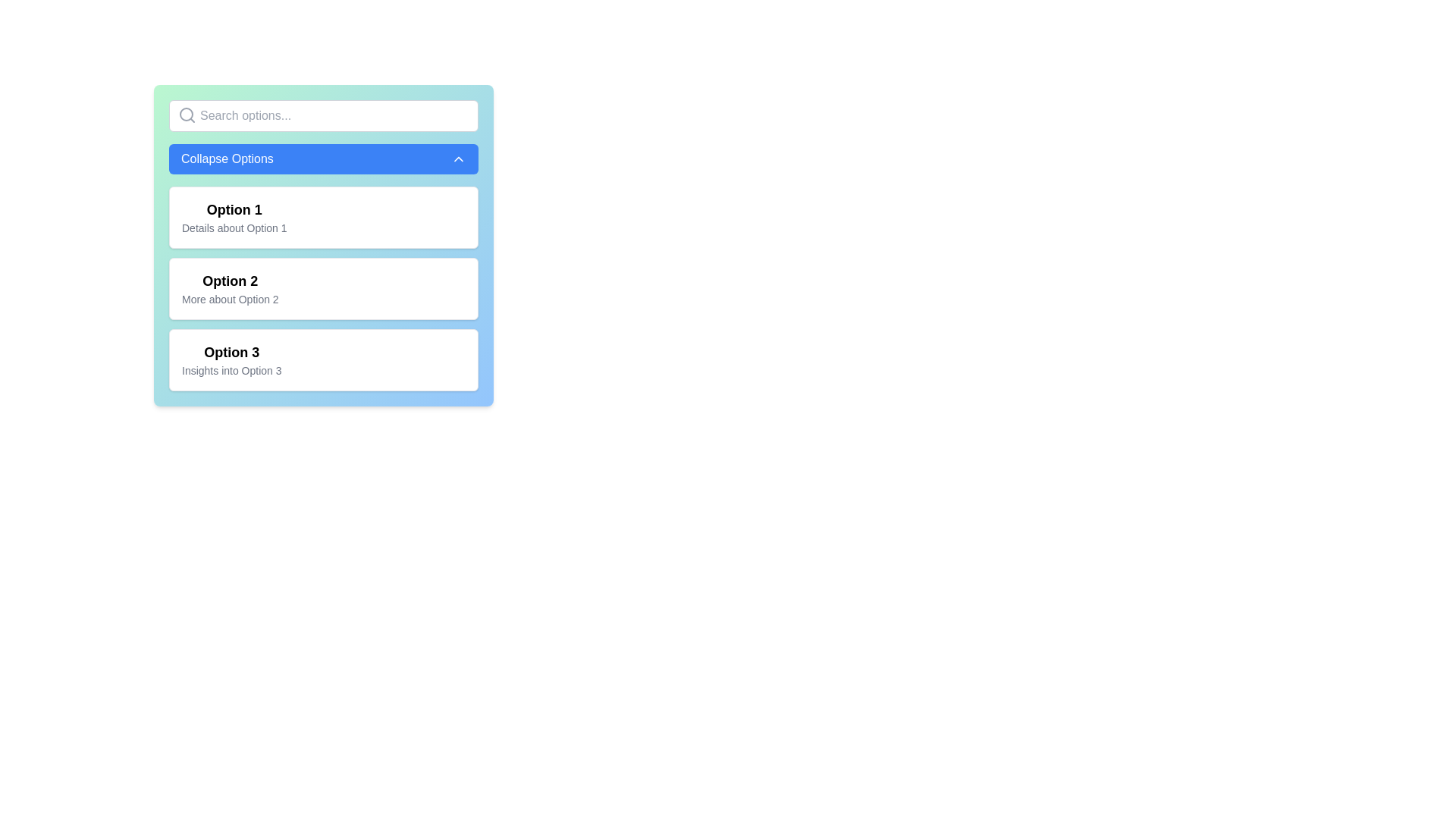 The image size is (1456, 819). What do you see at coordinates (323, 158) in the screenshot?
I see `the toggle button located below the search bar` at bounding box center [323, 158].